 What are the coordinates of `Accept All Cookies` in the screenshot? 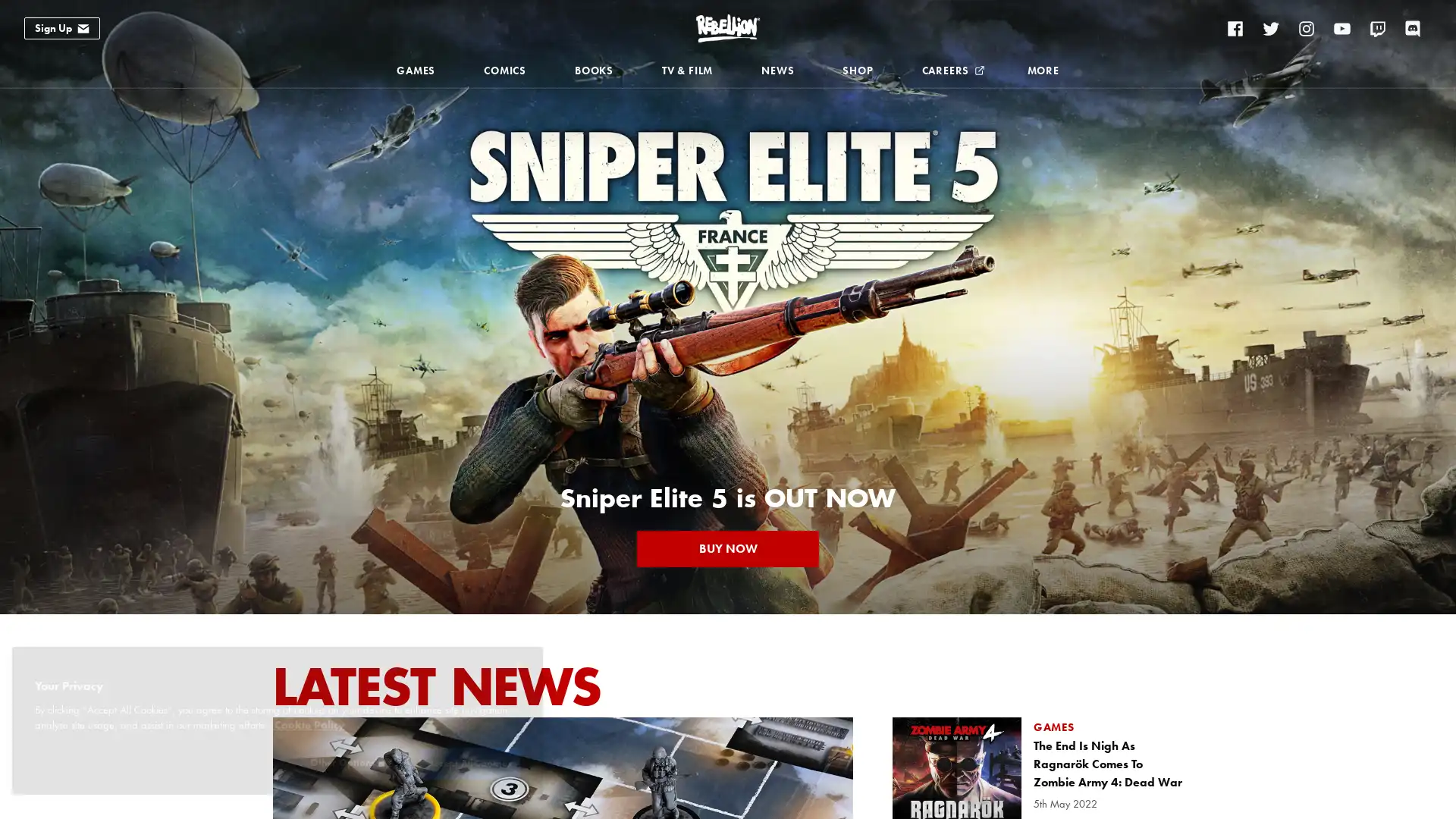 It's located at (469, 763).